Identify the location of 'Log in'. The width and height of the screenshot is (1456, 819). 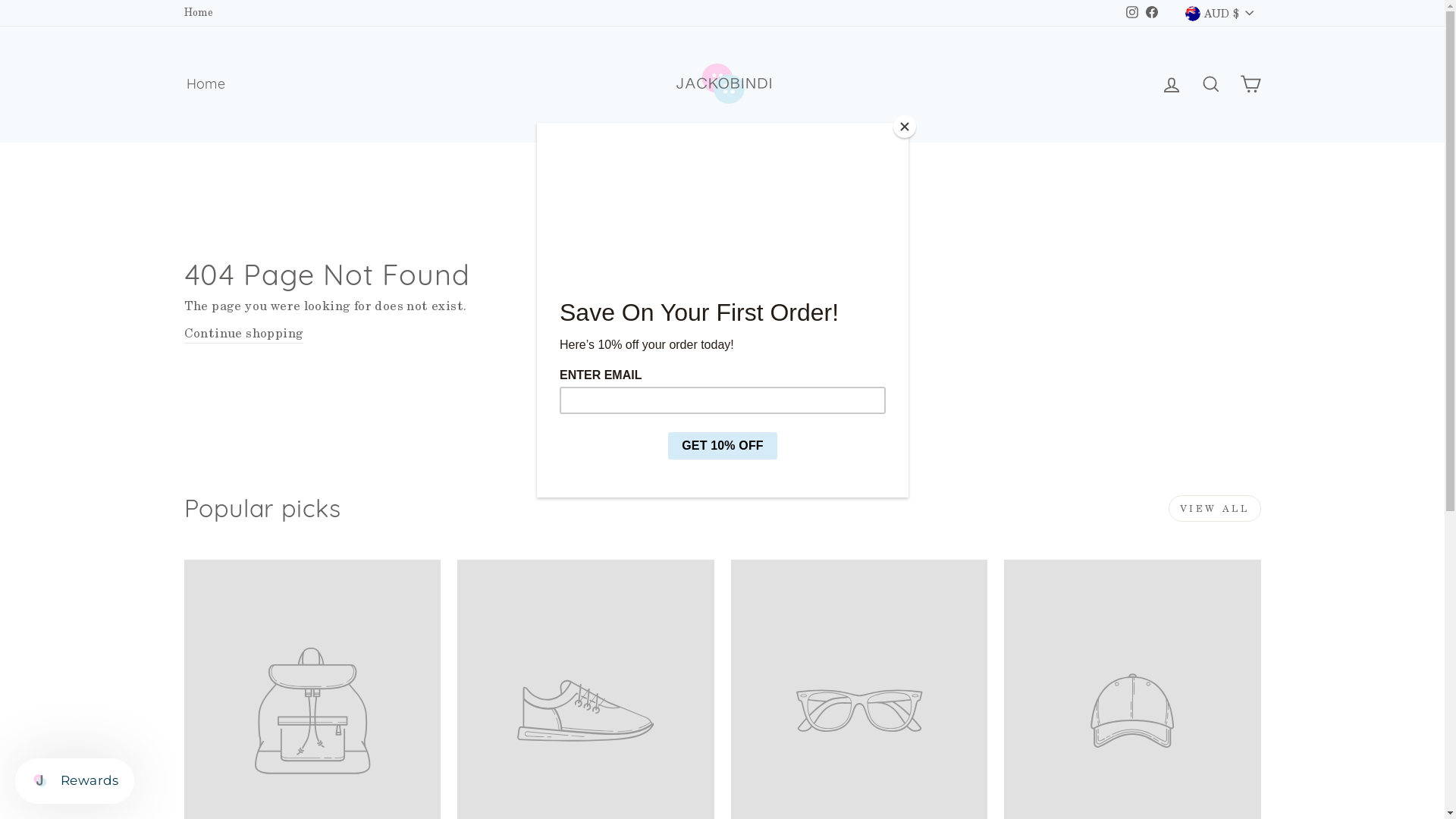
(1150, 84).